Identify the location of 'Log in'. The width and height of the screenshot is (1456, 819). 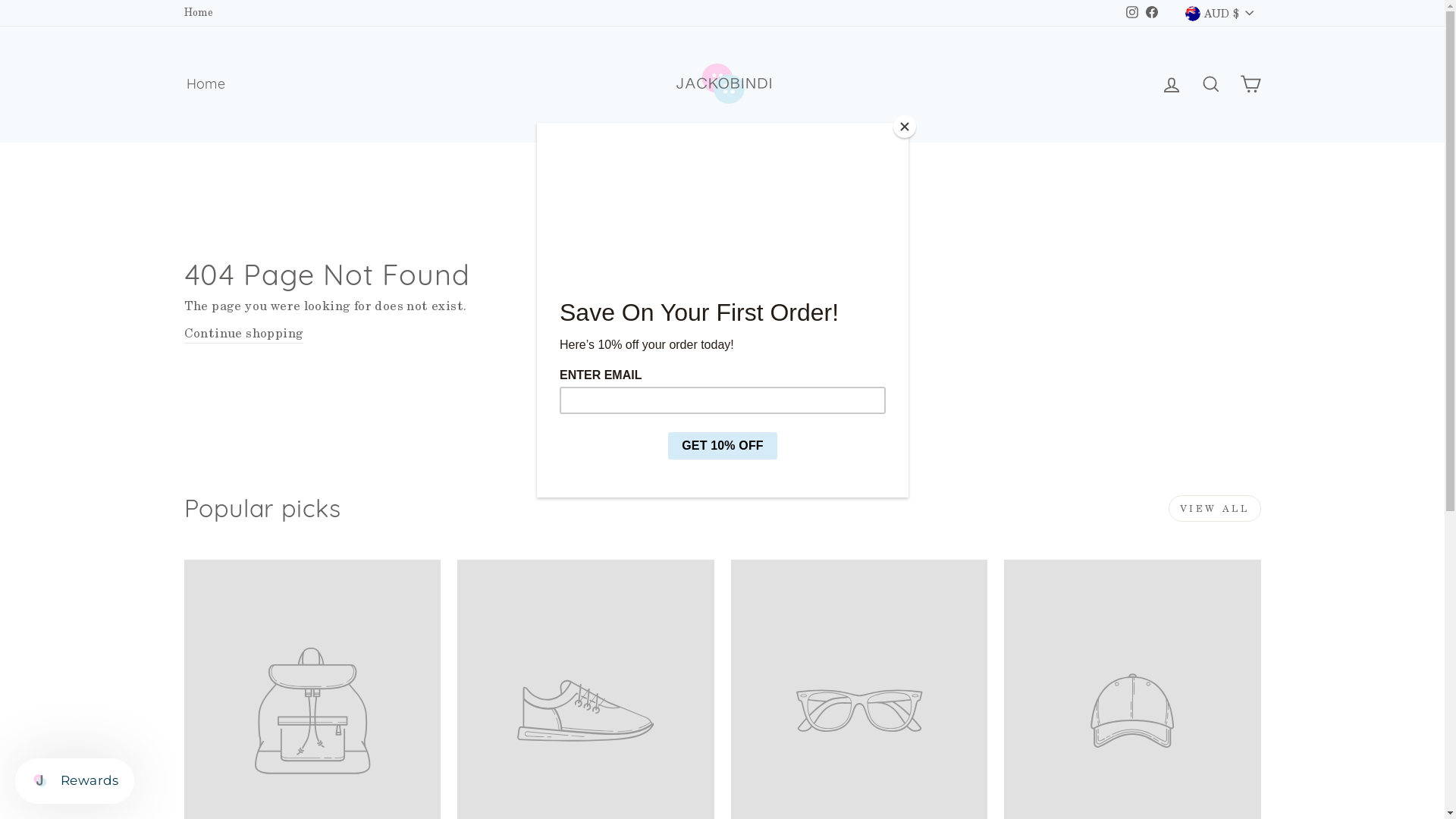
(1150, 84).